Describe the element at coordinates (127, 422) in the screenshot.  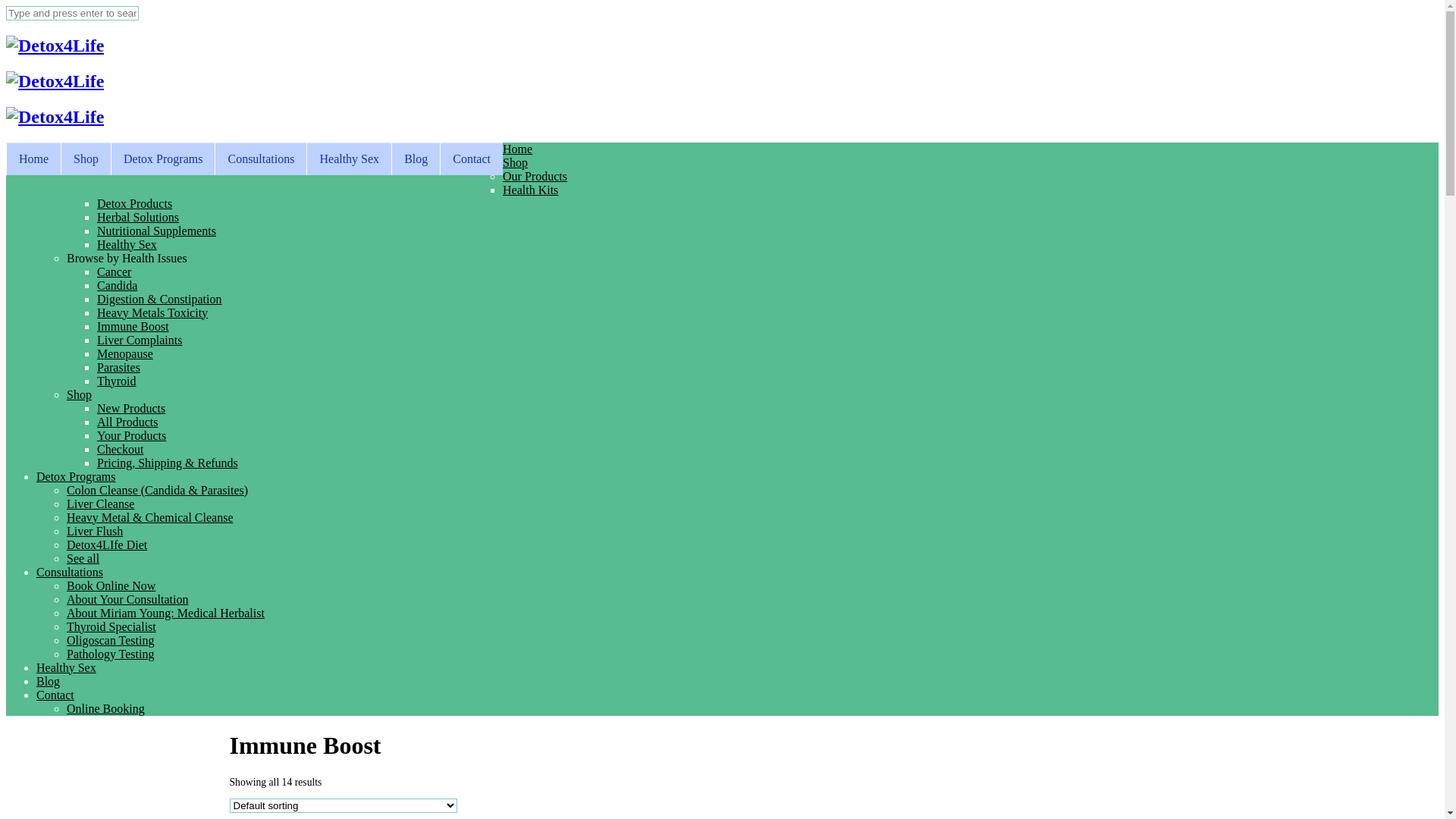
I see `'All Products'` at that location.